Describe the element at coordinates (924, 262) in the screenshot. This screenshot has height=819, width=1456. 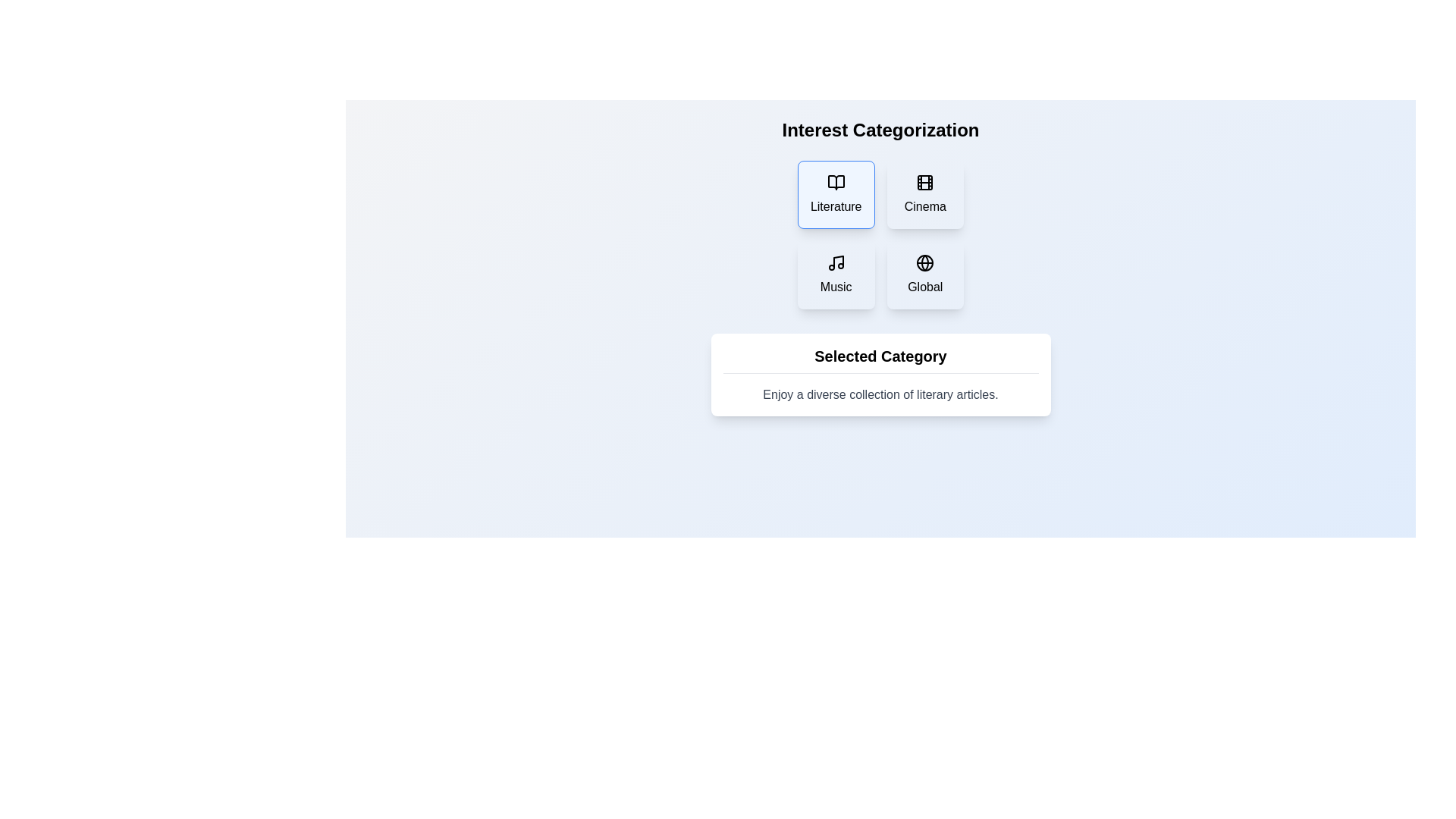
I see `the globe icon located in the bottom-right box of the 'Interest Categorization' grid, which is labeled 'Global'` at that location.